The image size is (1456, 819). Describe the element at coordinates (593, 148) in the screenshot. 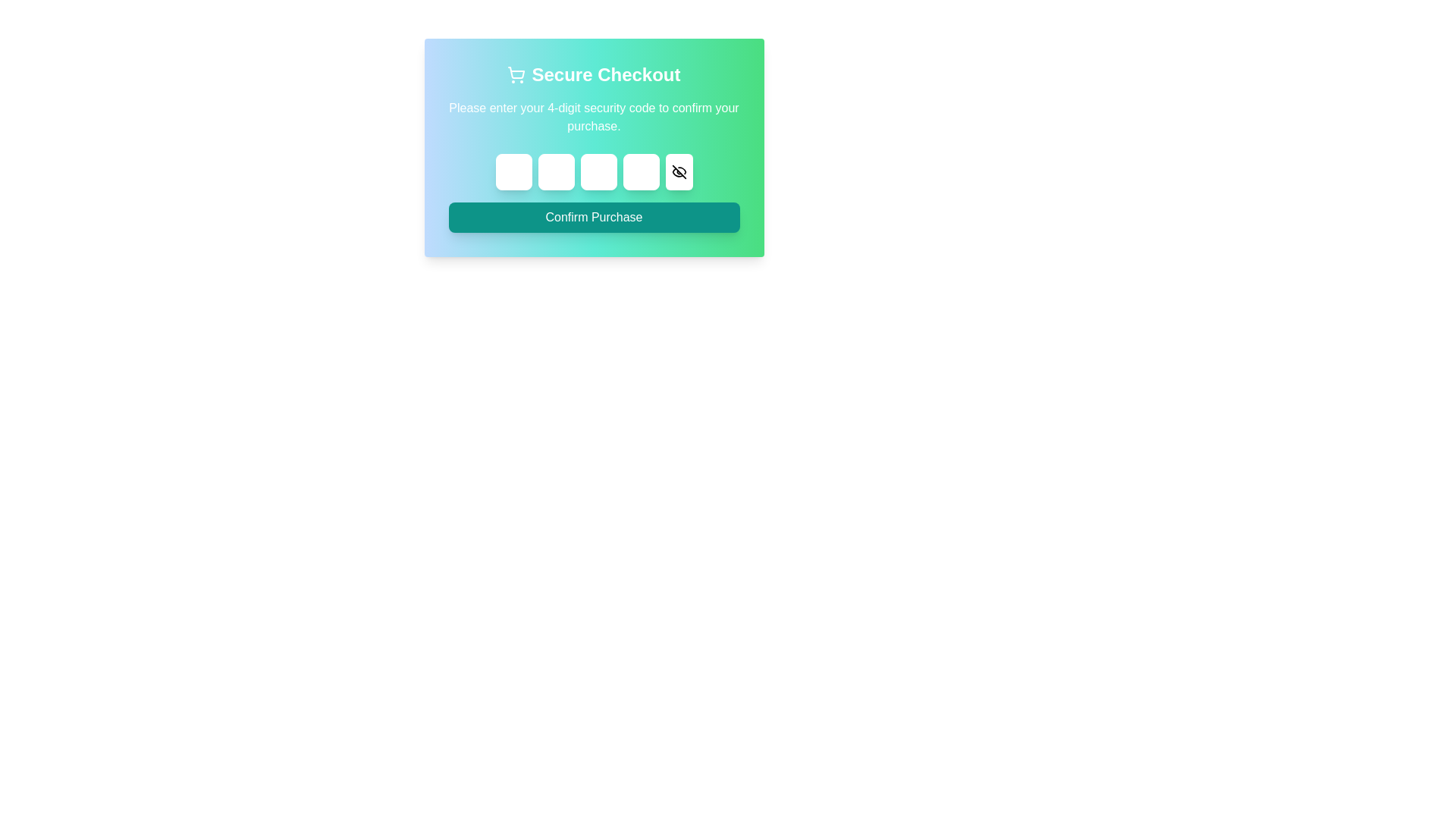

I see `the input fields in the 'Secure Checkout' dialog box to focus on them` at that location.